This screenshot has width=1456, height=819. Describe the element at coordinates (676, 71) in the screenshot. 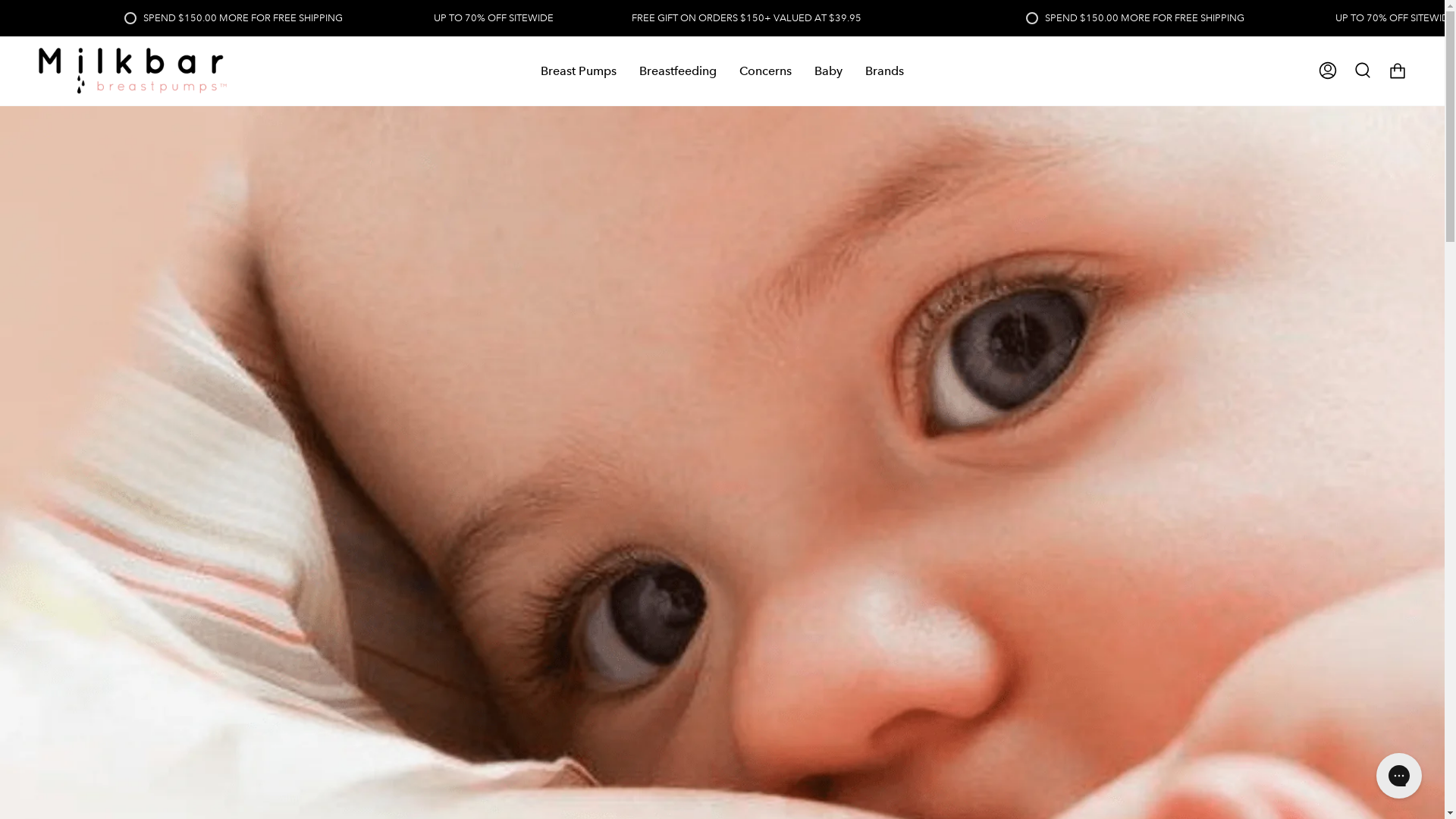

I see `'Breastfeeding'` at that location.